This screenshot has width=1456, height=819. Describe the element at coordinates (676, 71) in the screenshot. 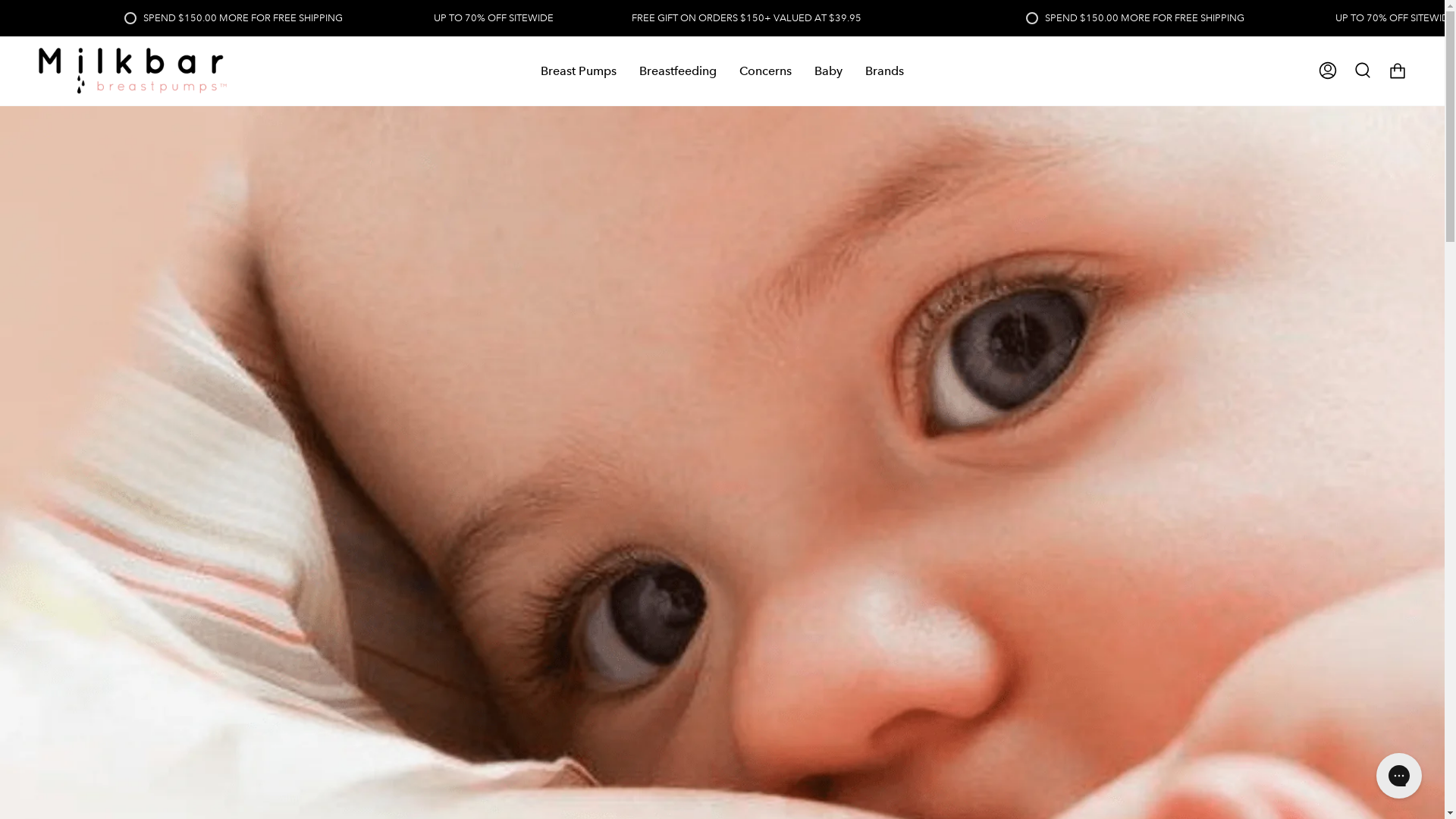

I see `'Breastfeeding'` at that location.